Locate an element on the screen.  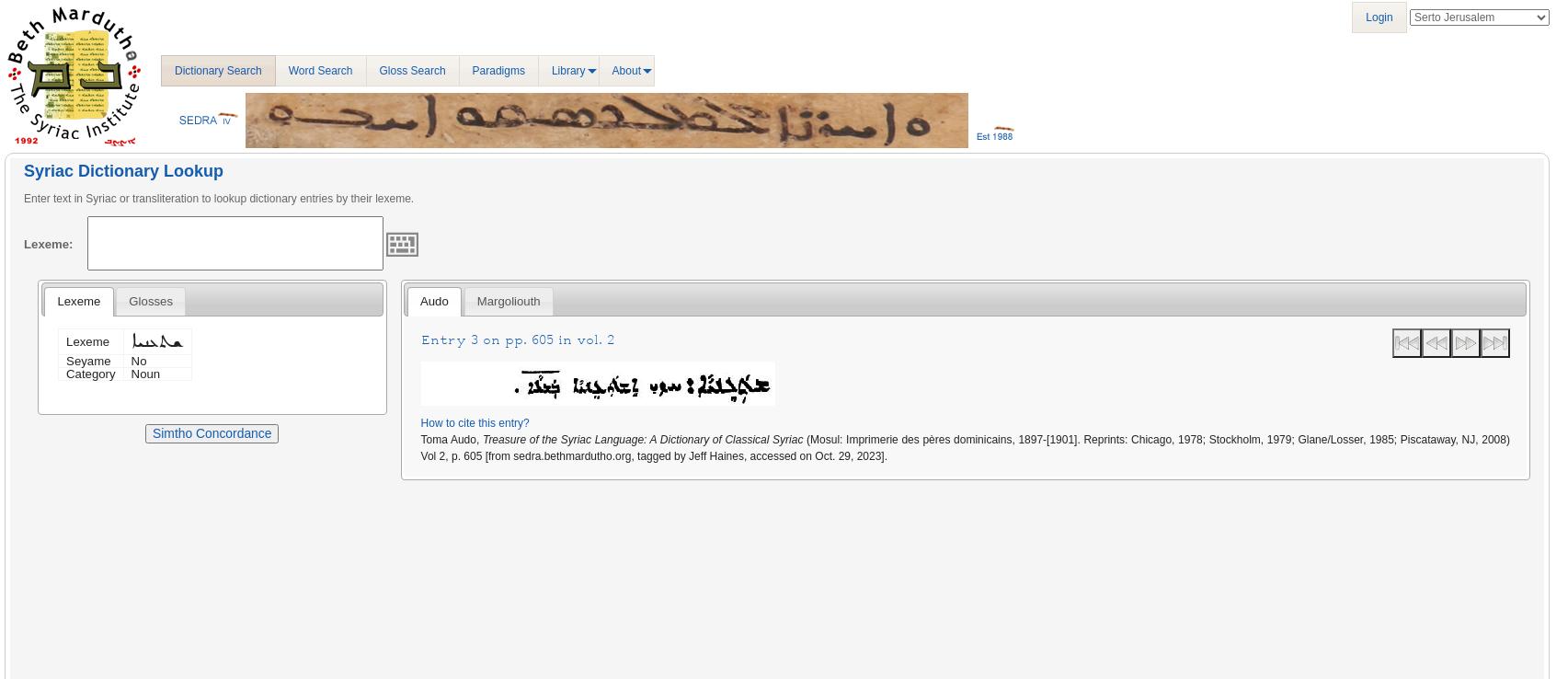
'Word Search' is located at coordinates (318, 69).